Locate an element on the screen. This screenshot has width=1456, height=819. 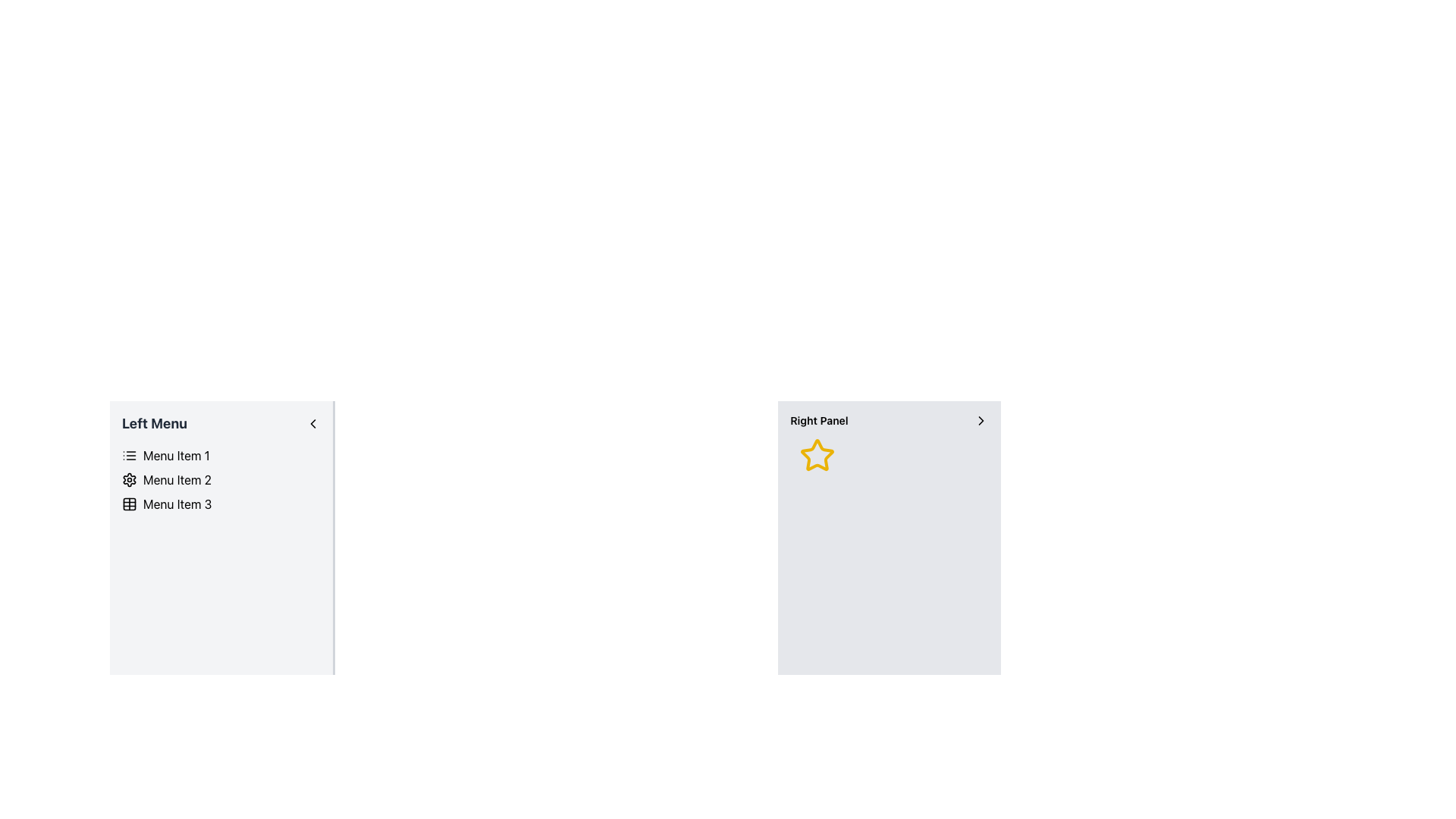
the second menu item labeled 'Menu Item 2' is located at coordinates (220, 479).